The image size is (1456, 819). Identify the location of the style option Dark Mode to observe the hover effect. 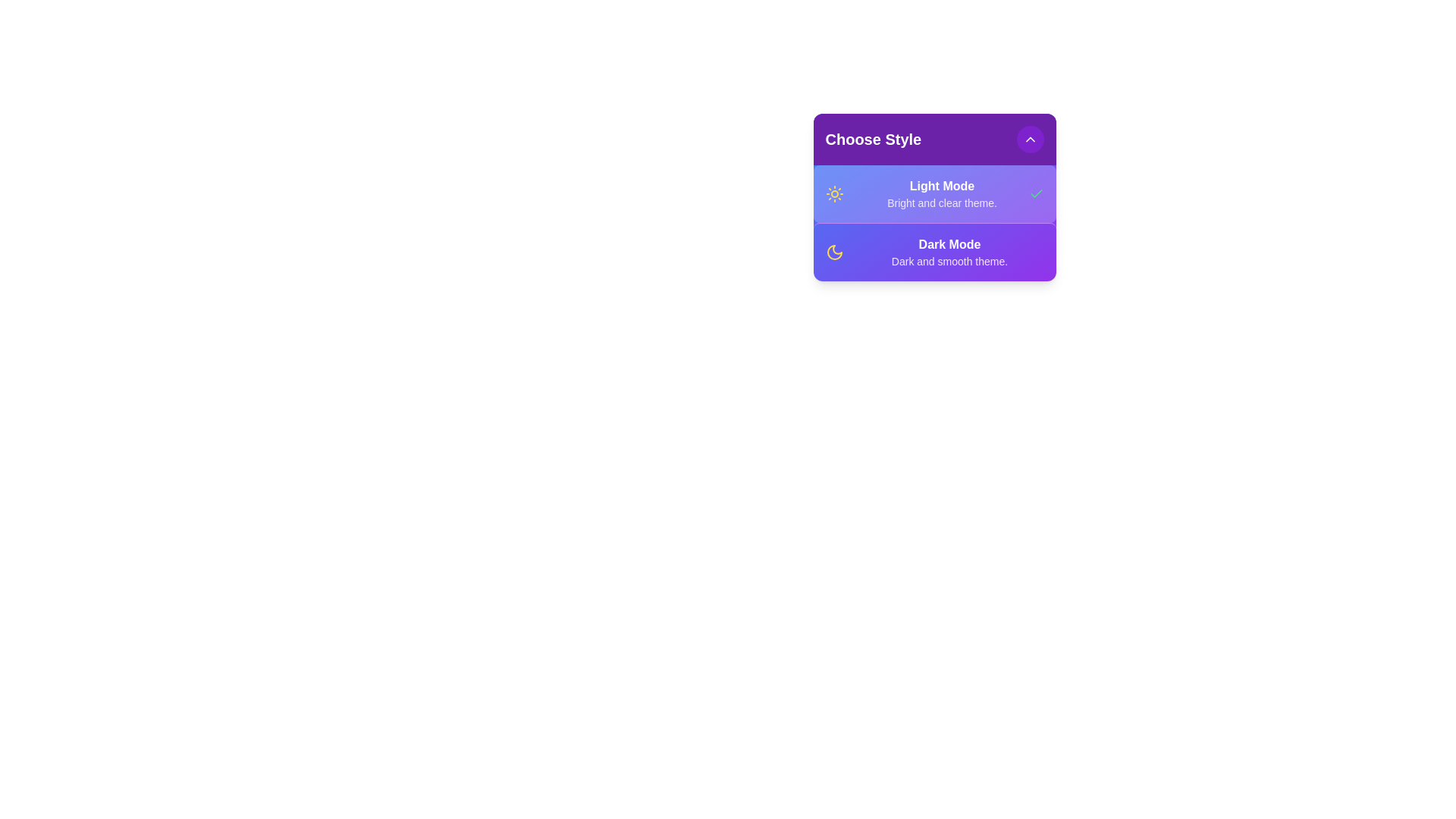
(934, 251).